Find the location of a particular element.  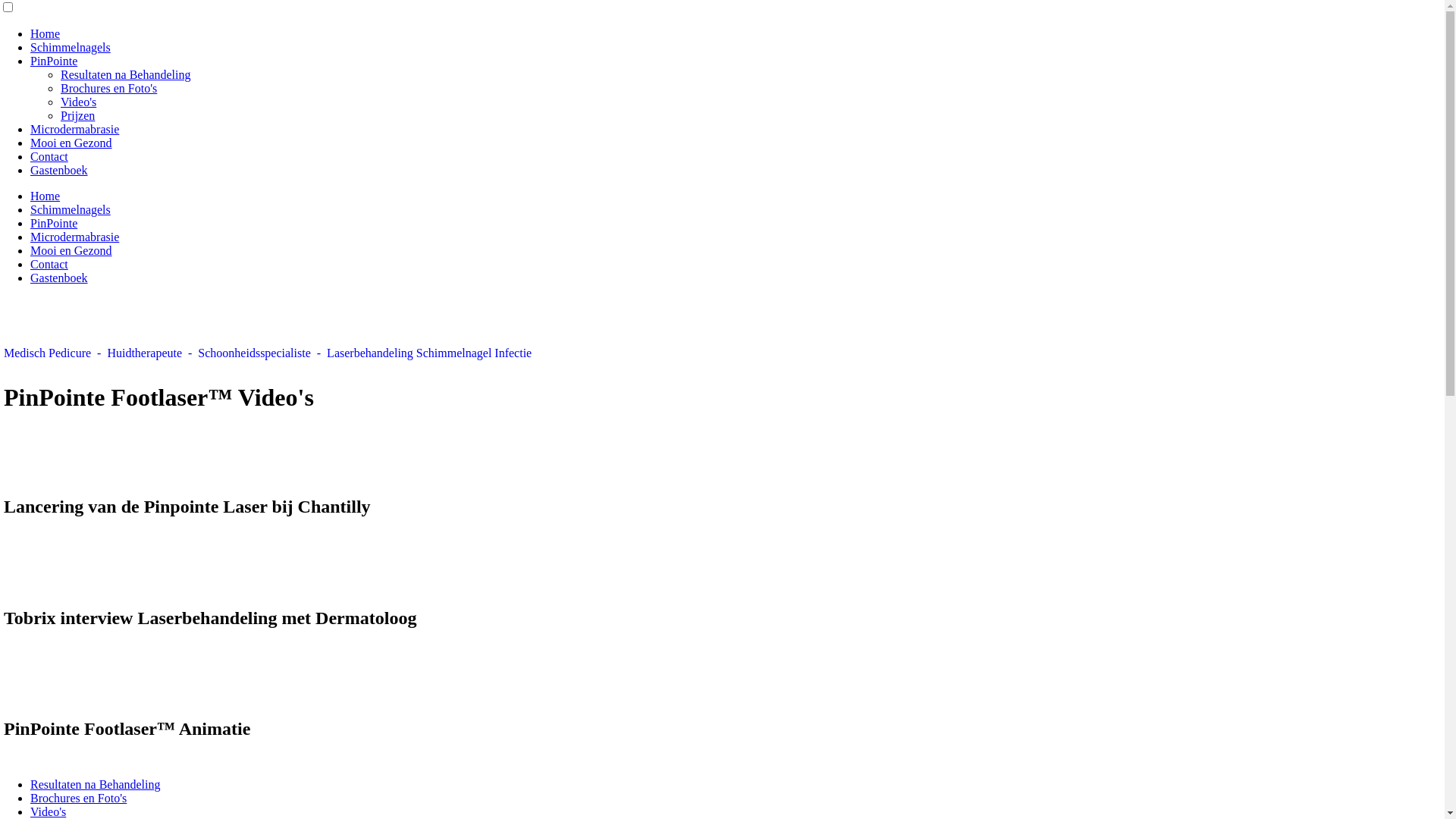

'Mooi en Gezond' is located at coordinates (71, 249).